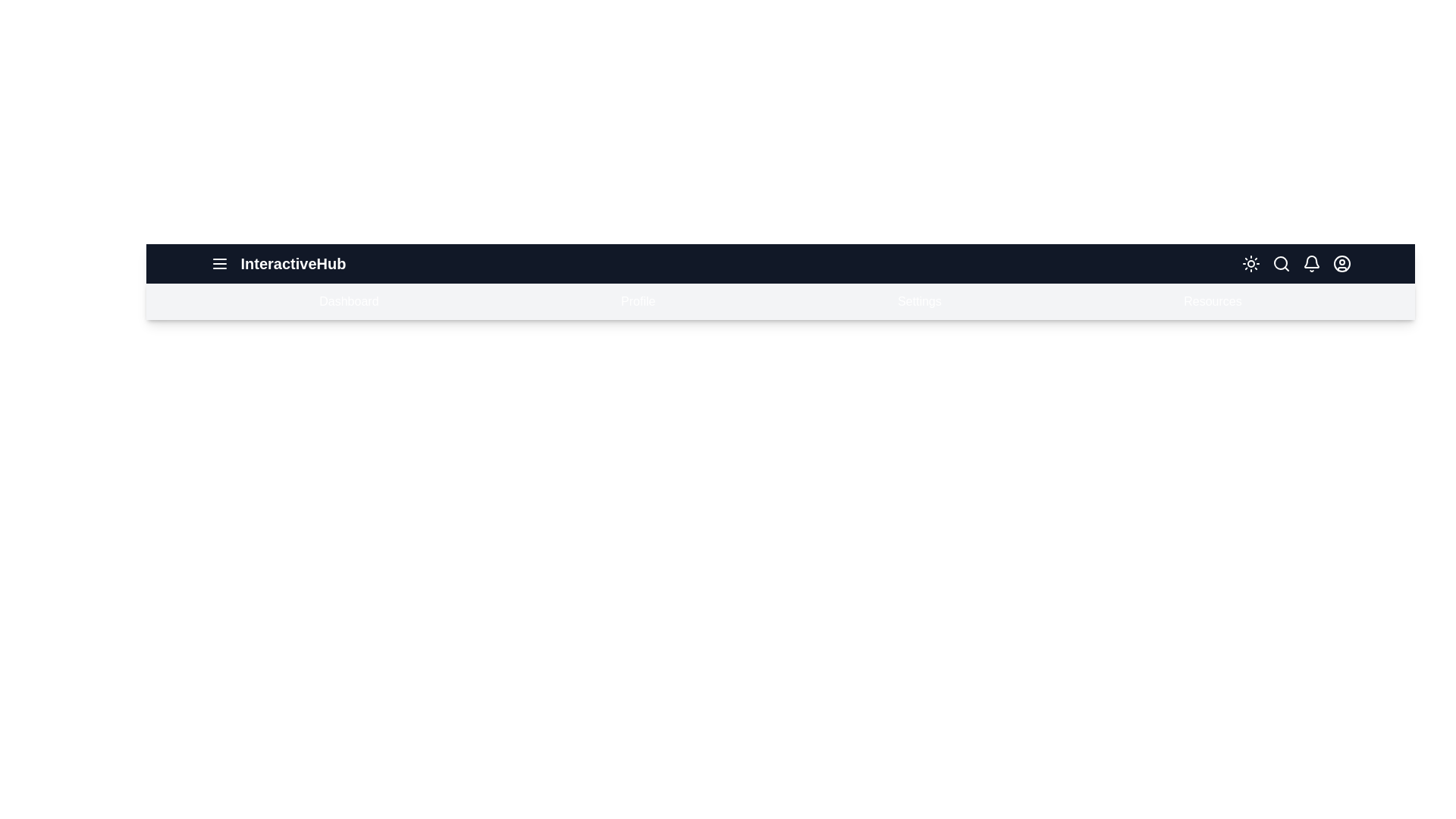 The image size is (1456, 819). I want to click on the search icon to activate the search functionality, so click(1280, 262).